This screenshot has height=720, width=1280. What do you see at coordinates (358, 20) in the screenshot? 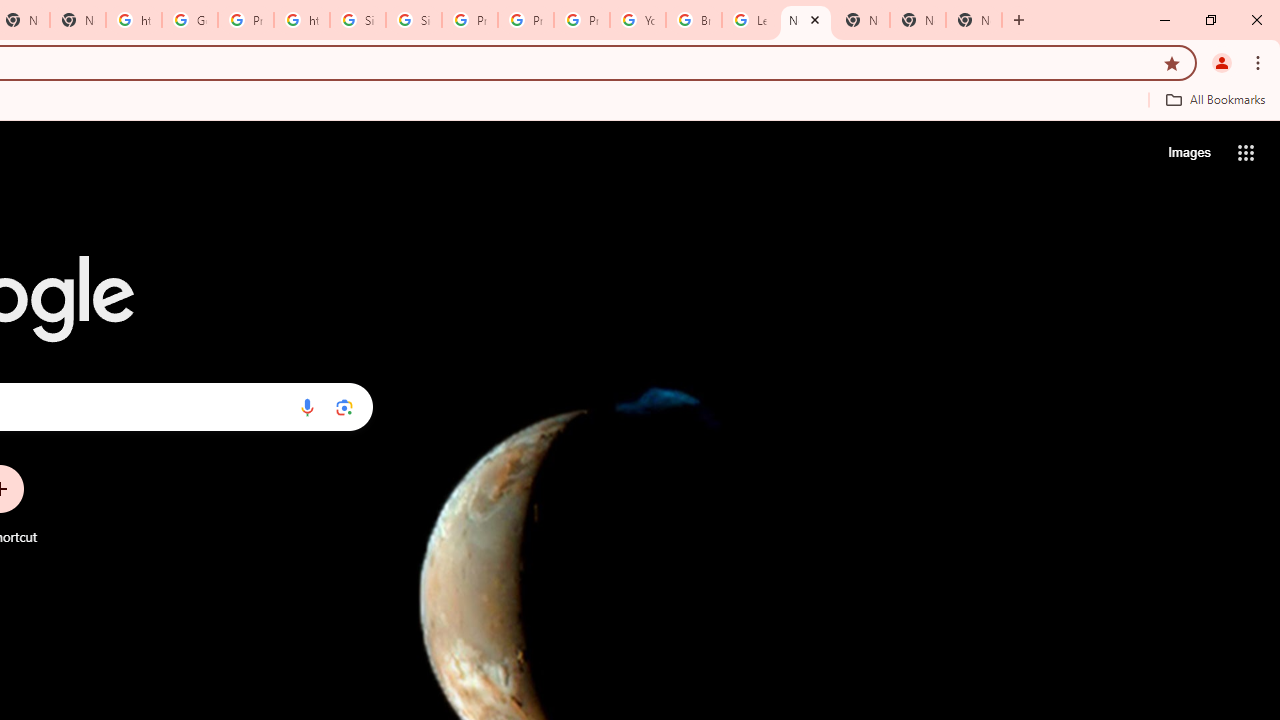
I see `'Sign in - Google Accounts'` at bounding box center [358, 20].